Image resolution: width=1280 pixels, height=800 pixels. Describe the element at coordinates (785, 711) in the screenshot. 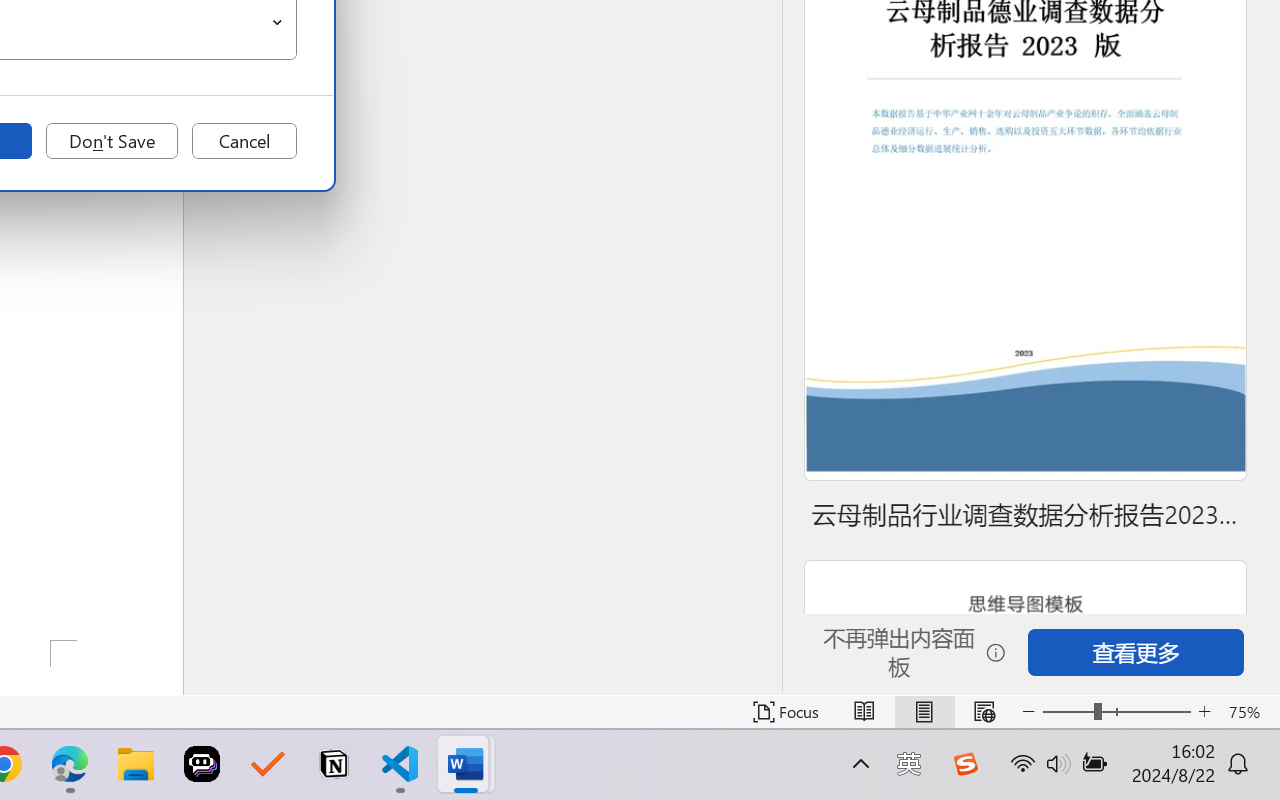

I see `'Focus '` at that location.